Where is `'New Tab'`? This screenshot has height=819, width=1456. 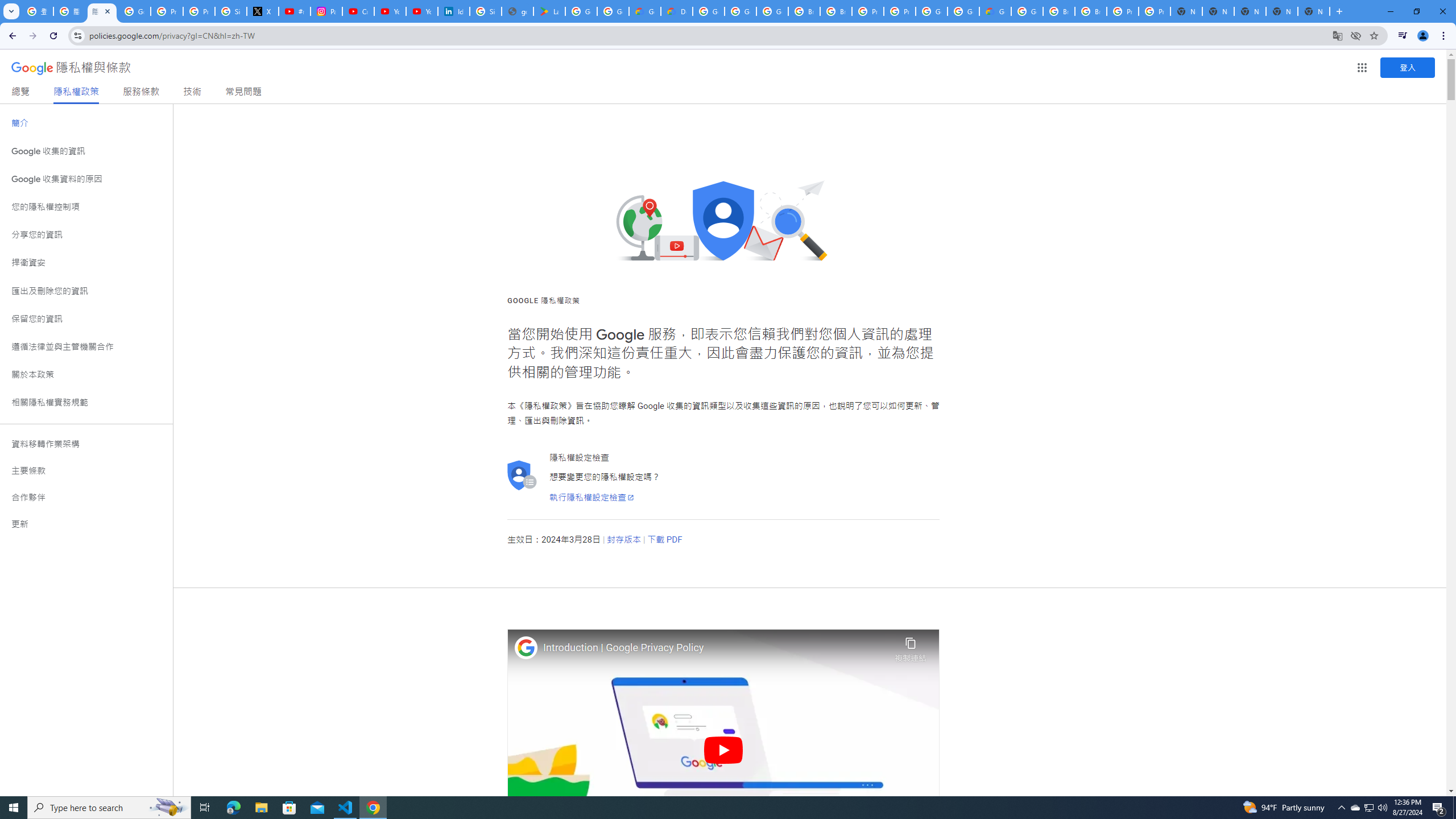 'New Tab' is located at coordinates (1314, 11).